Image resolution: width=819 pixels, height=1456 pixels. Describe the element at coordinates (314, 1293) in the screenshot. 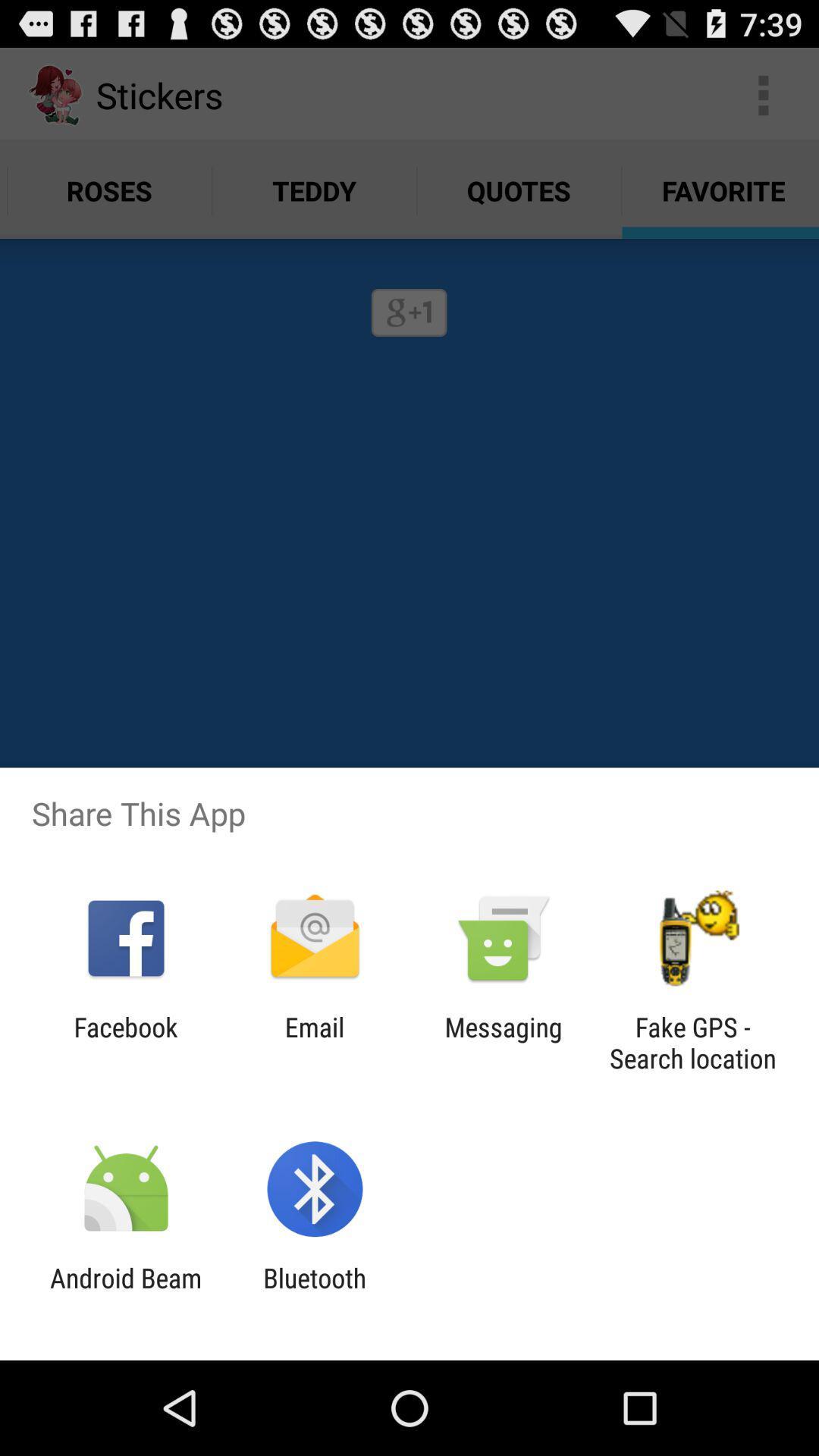

I see `bluetooth app` at that location.